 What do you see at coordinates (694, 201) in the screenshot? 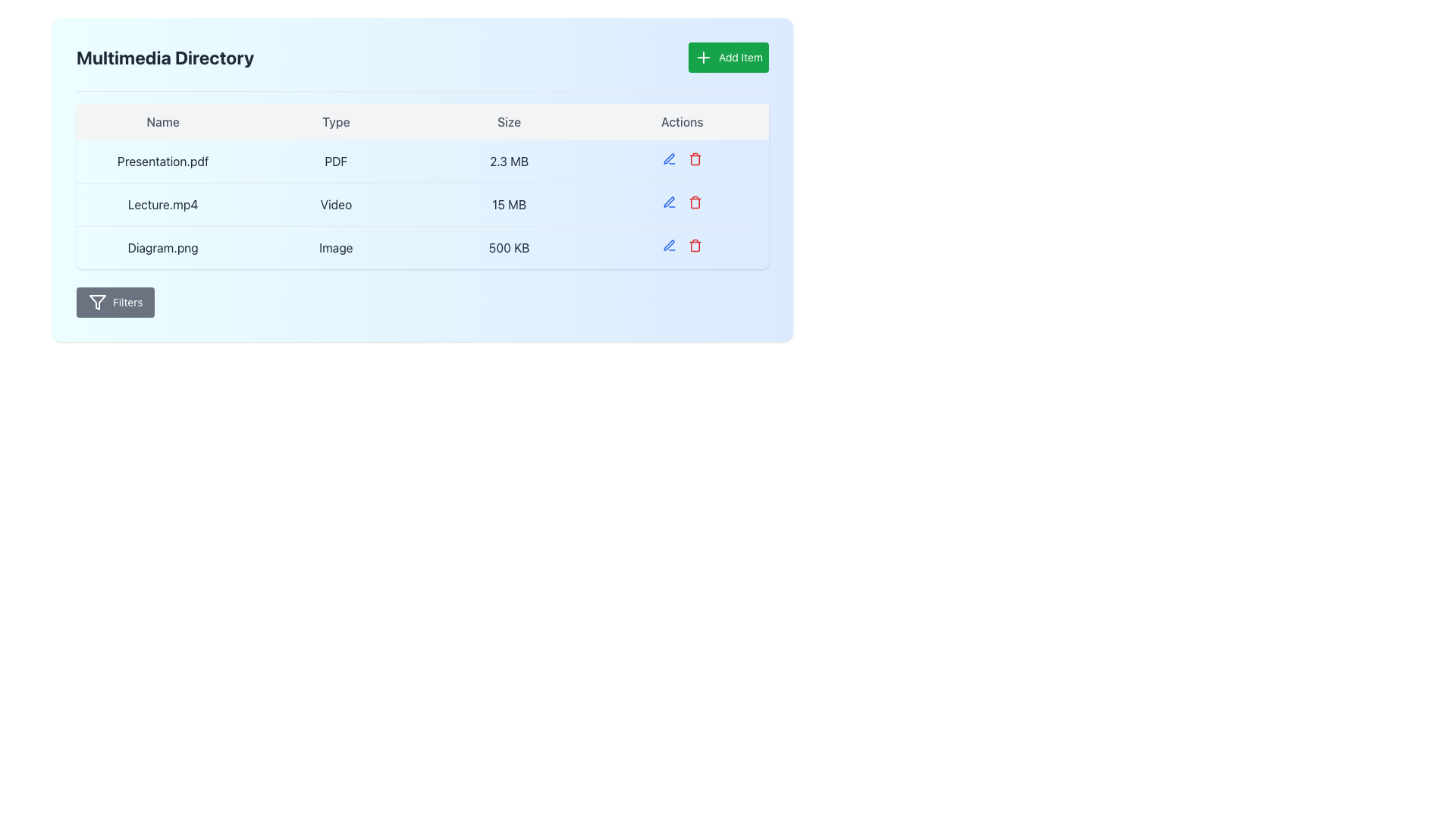
I see `the delete button located in the third row under the 'Actions' column of the displayed table` at bounding box center [694, 201].